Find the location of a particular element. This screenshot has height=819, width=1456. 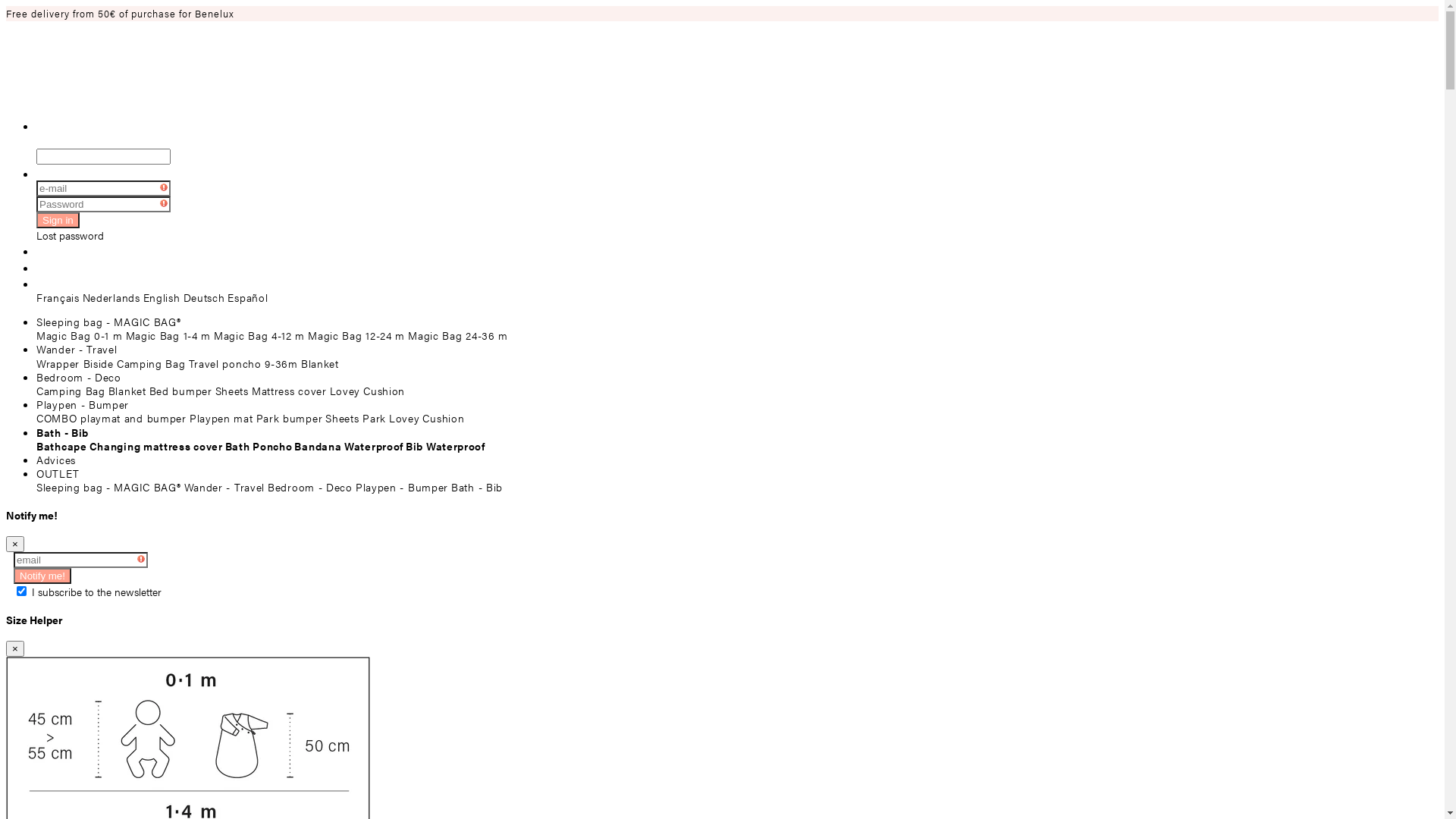

'Lovey' is located at coordinates (344, 390).